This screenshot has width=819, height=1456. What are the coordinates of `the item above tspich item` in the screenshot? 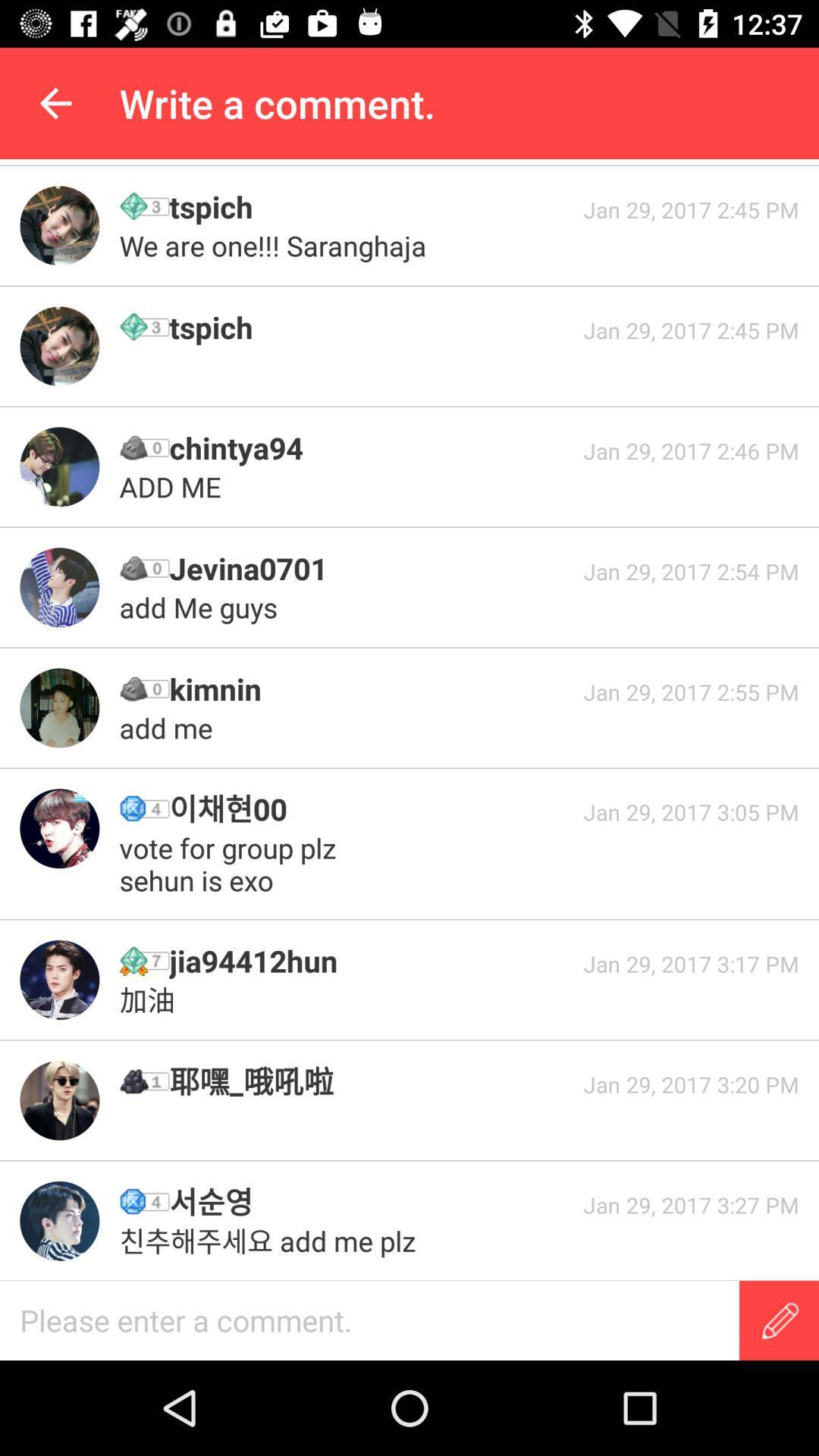 It's located at (276, 246).